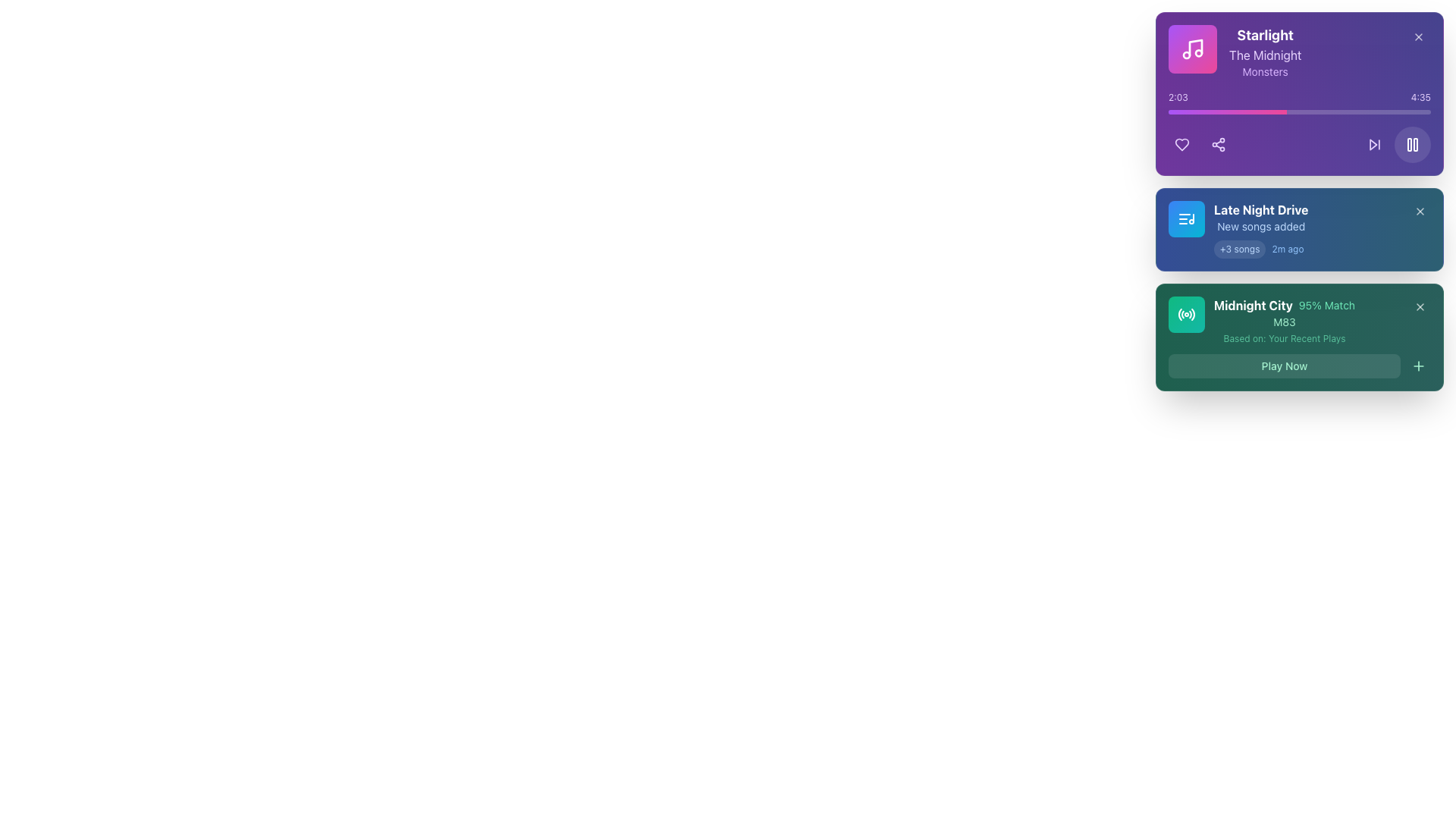 The width and height of the screenshot is (1456, 819). Describe the element at coordinates (1277, 111) in the screenshot. I see `playback progress` at that location.